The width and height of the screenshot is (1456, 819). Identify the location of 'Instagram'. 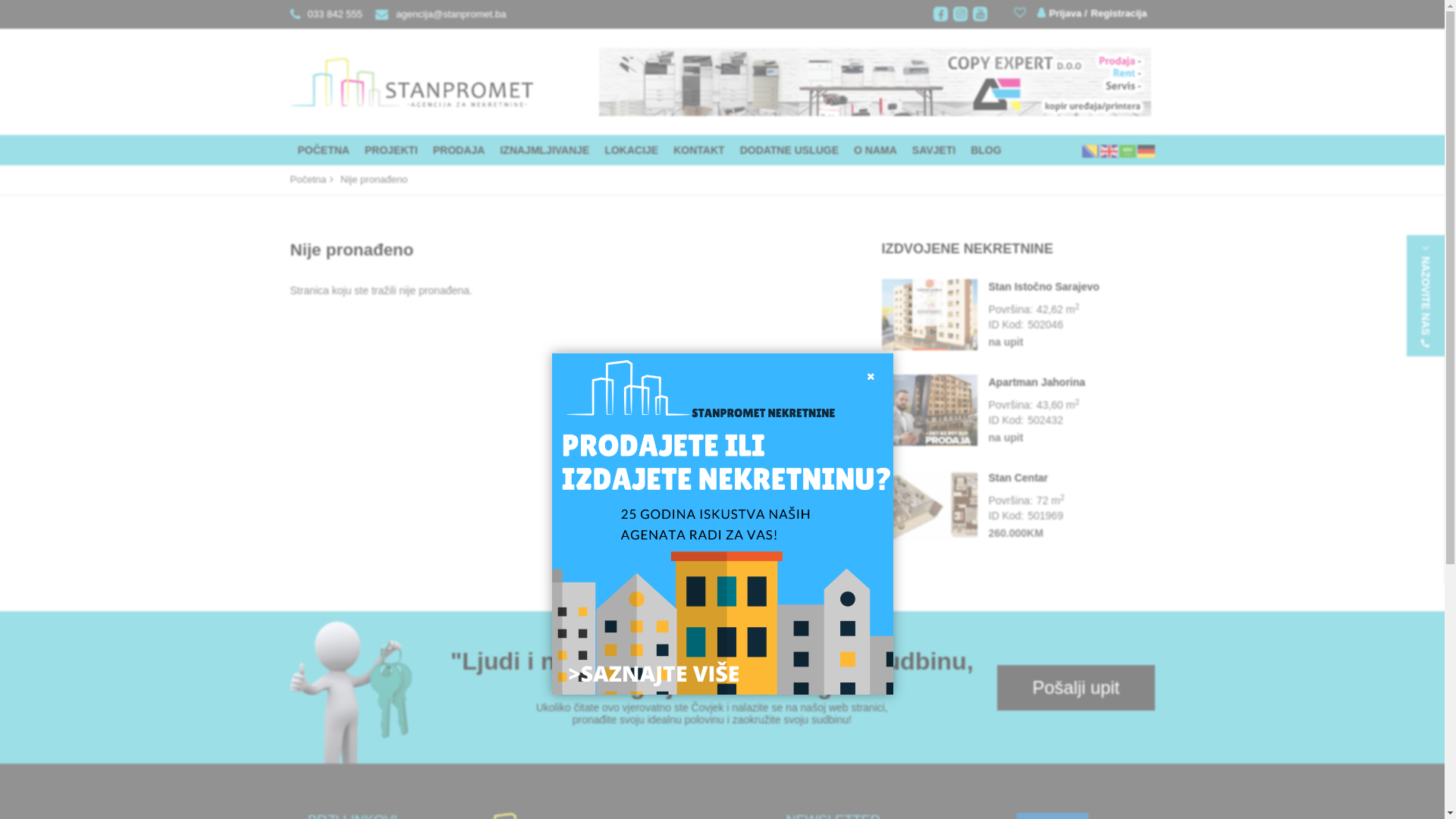
(959, 14).